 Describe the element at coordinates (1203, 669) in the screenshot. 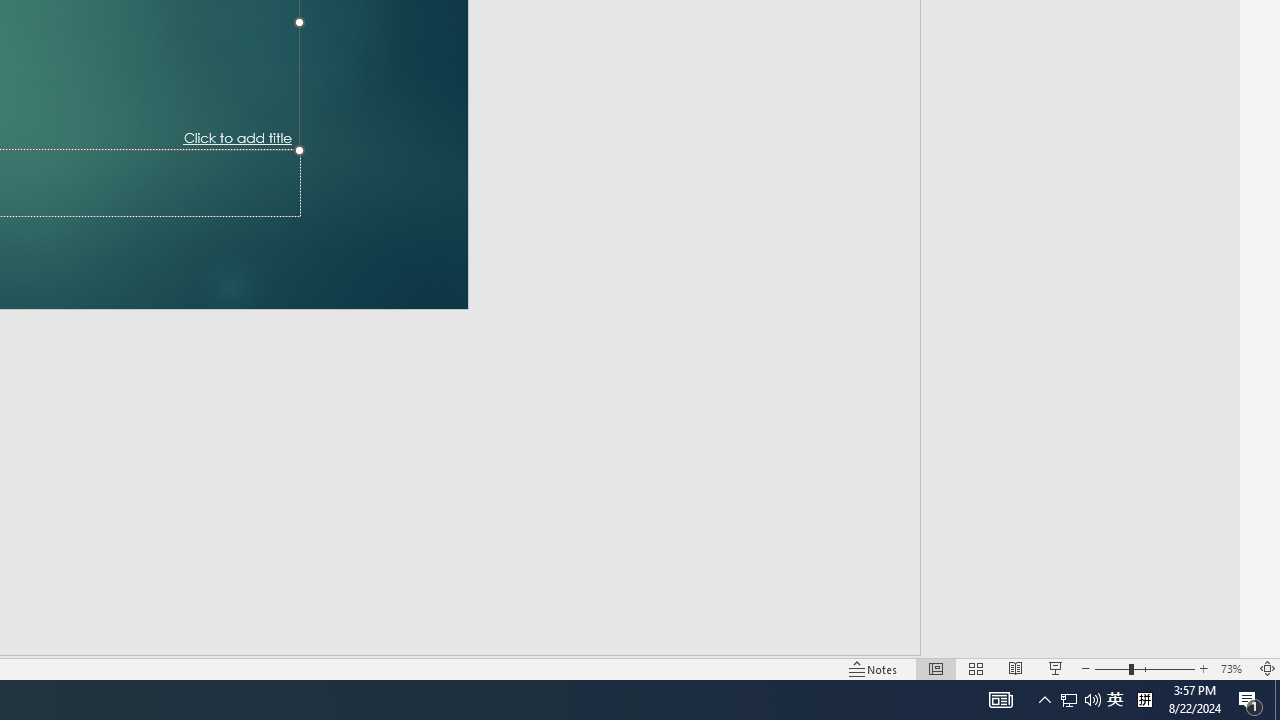

I see `'Zoom In'` at that location.